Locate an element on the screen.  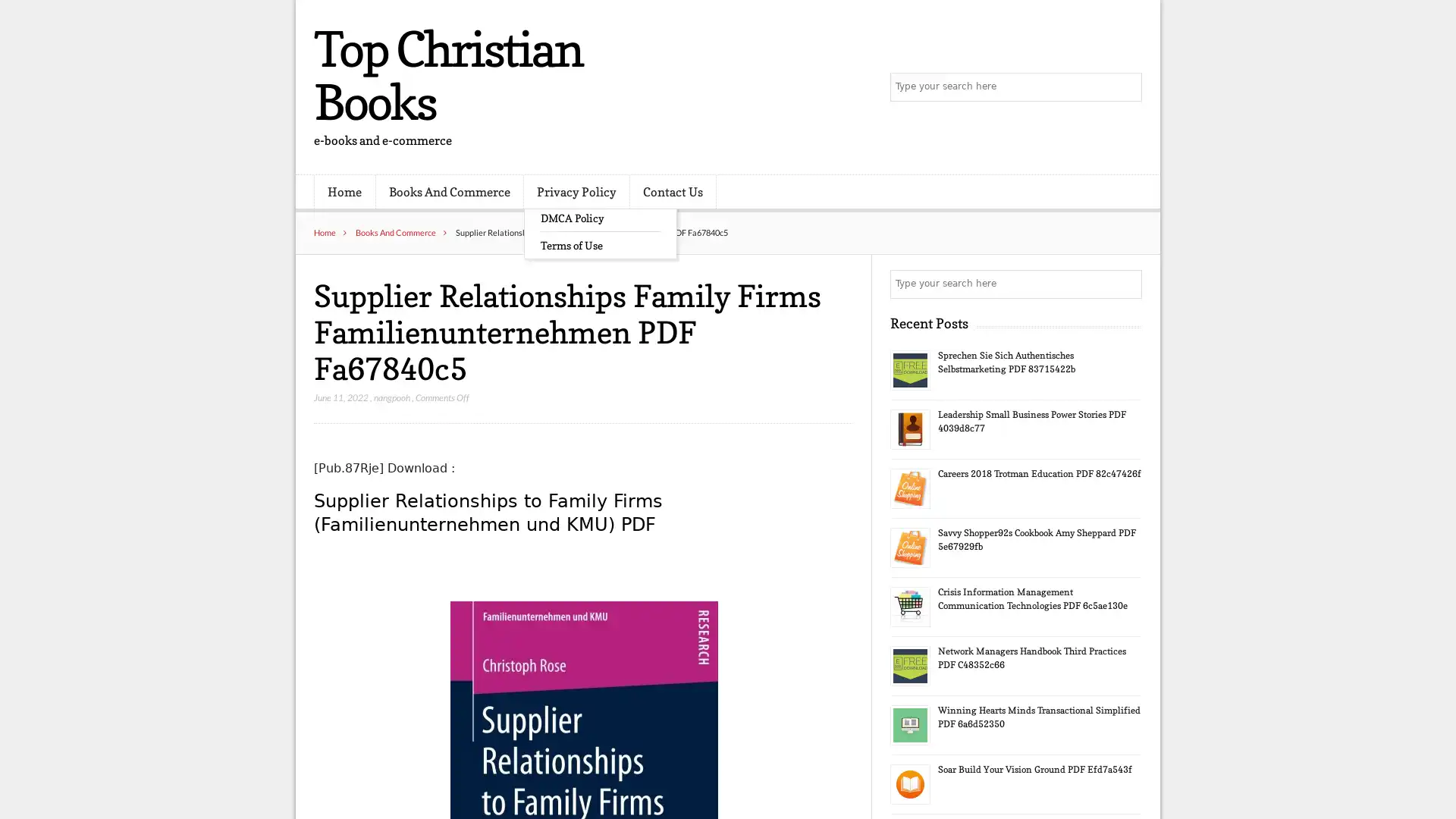
Search is located at coordinates (1126, 284).